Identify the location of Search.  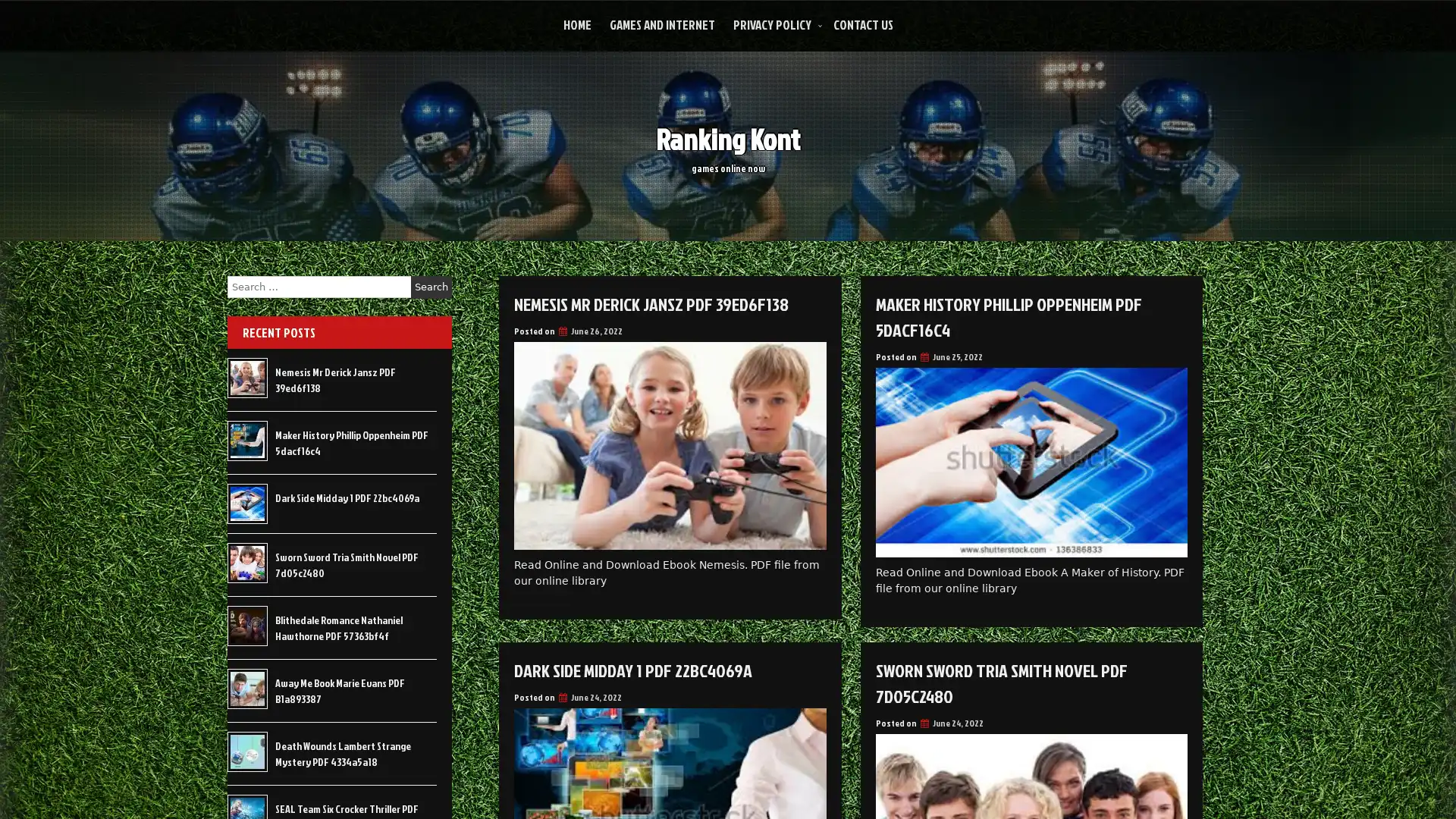
(431, 287).